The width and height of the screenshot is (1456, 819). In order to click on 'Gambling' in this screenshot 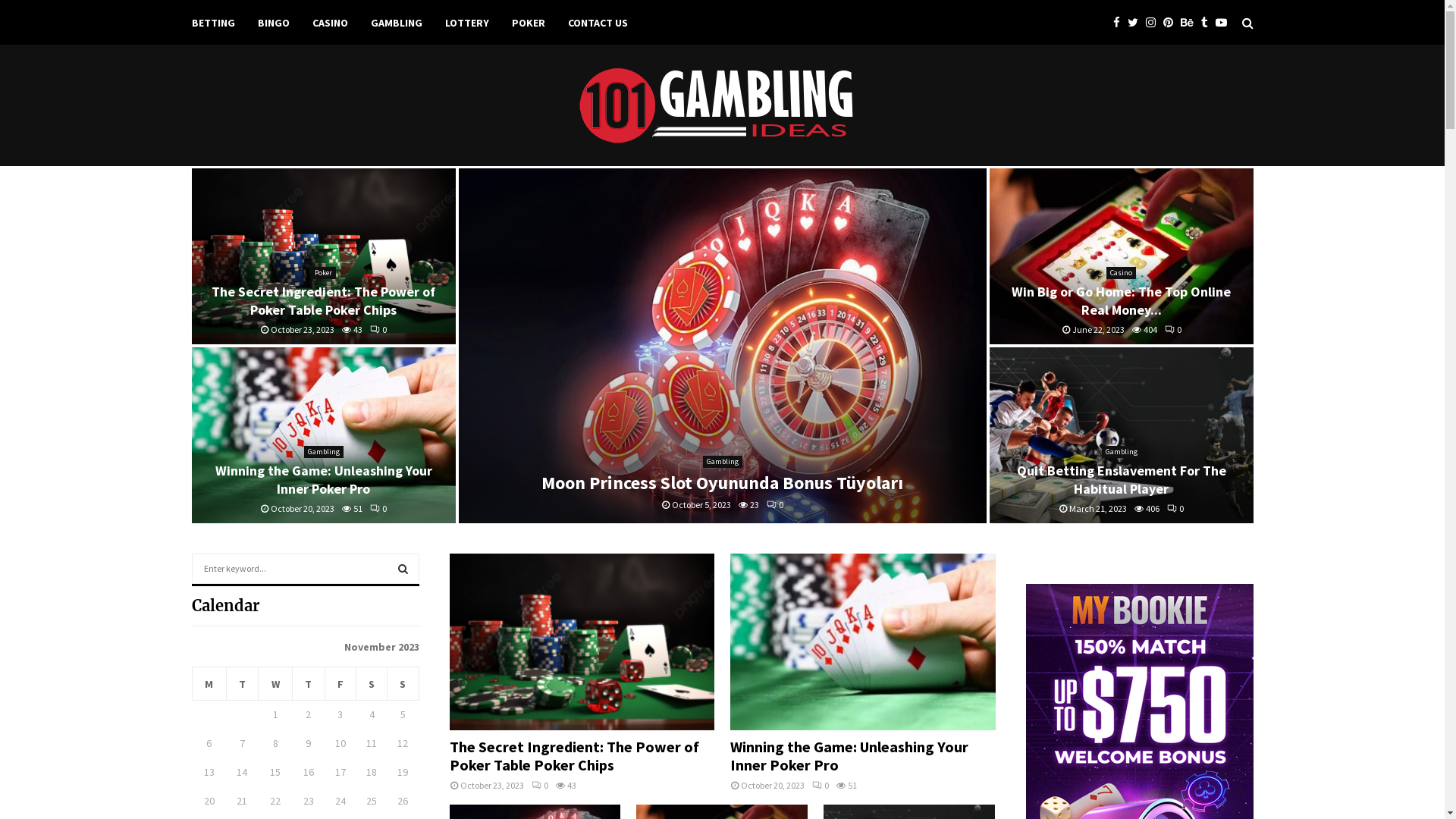, I will do `click(322, 451)`.